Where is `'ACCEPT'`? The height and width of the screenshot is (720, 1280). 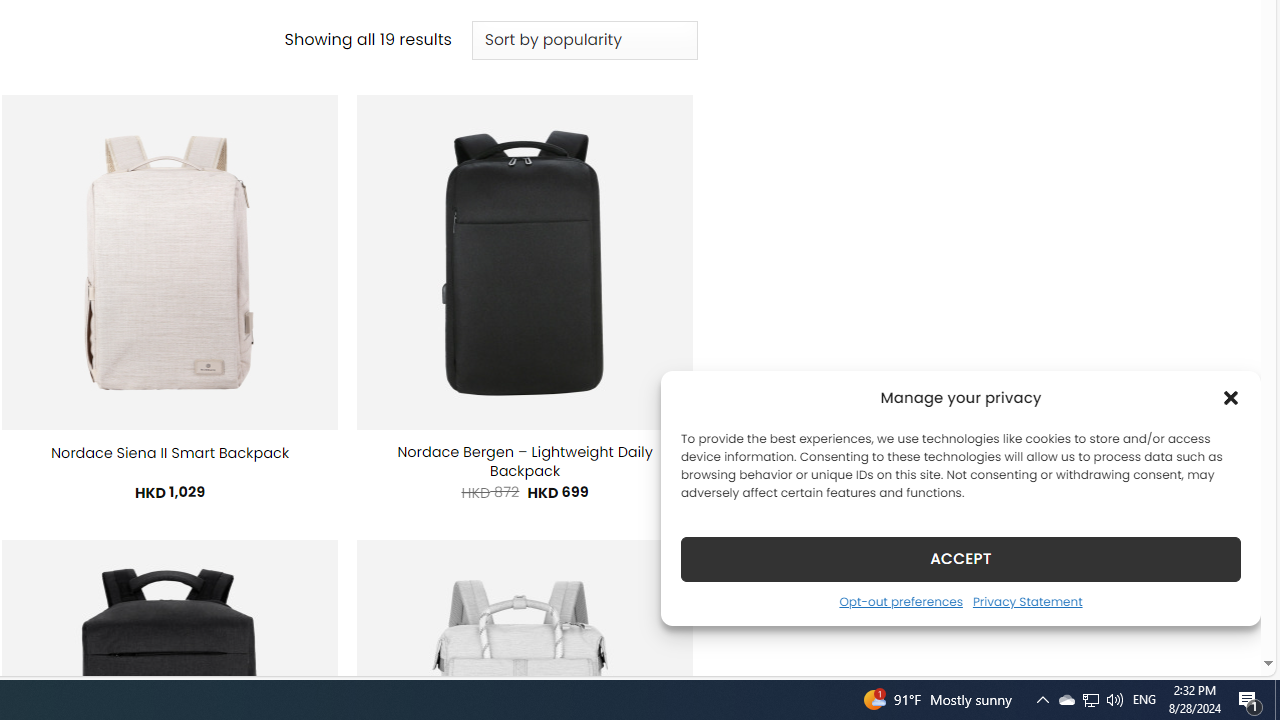
'ACCEPT' is located at coordinates (961, 558).